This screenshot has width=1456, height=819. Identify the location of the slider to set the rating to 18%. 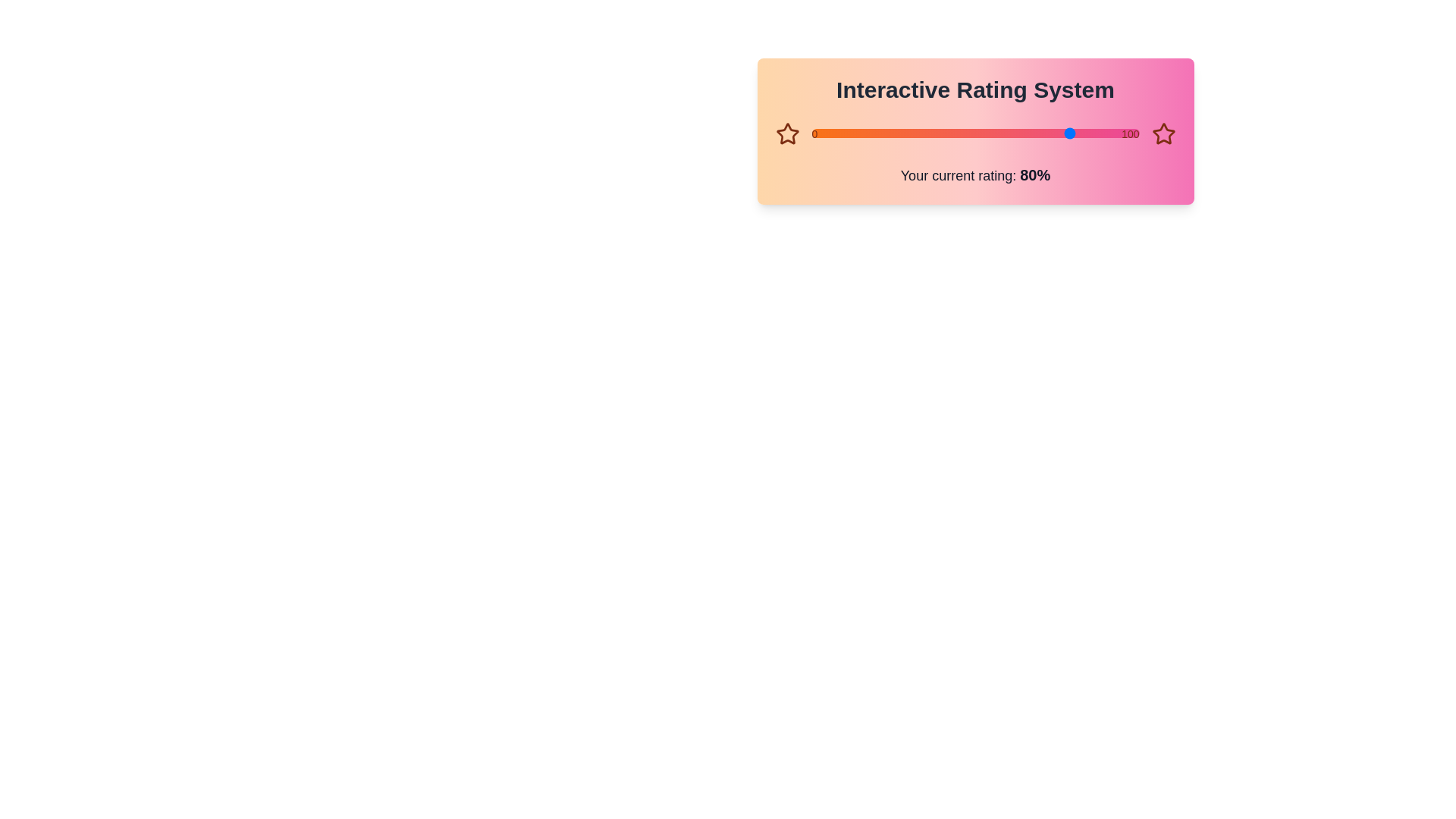
(811, 133).